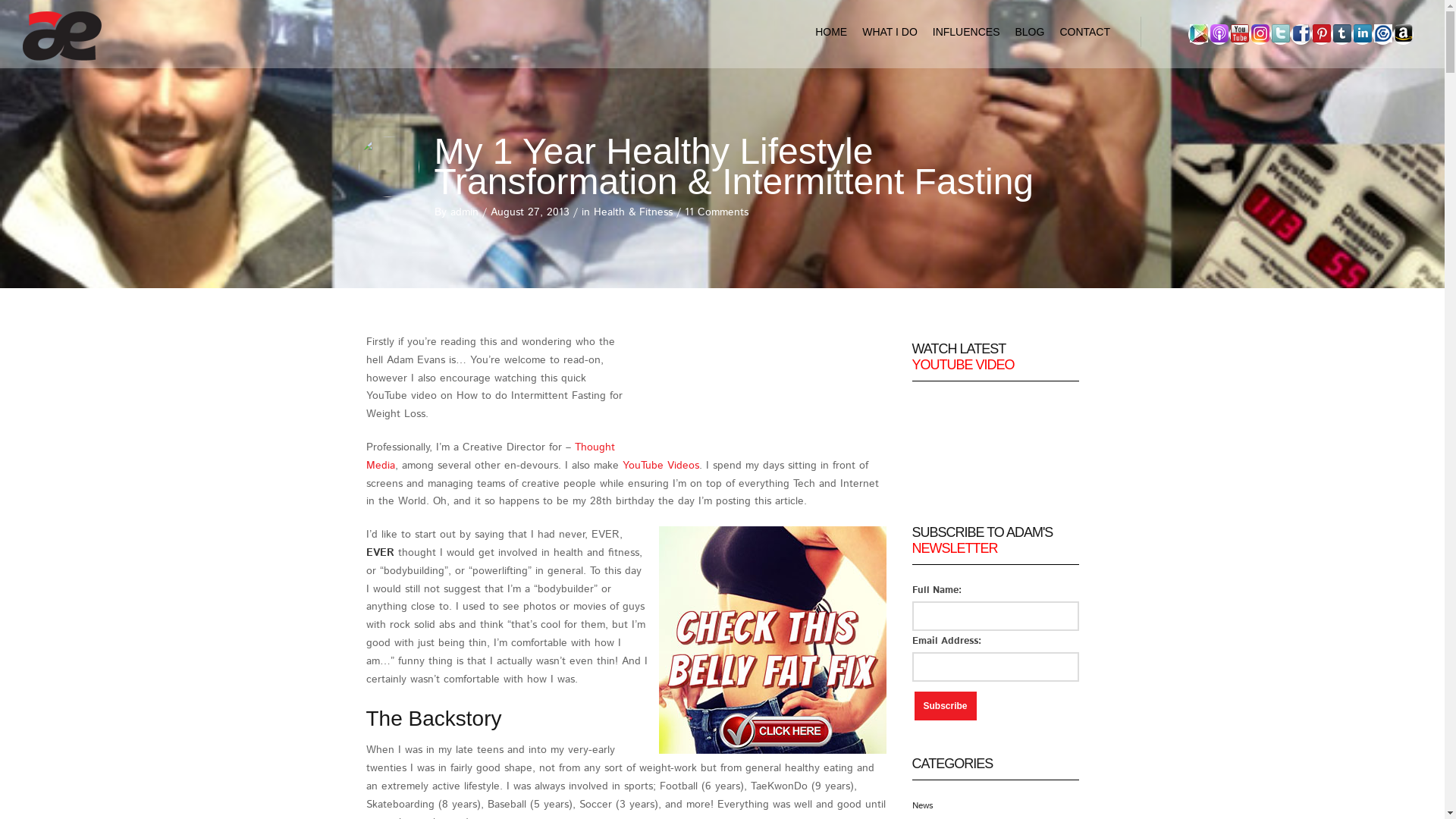 The width and height of the screenshot is (1456, 819). What do you see at coordinates (1310, 33) in the screenshot?
I see `'pinterest'` at bounding box center [1310, 33].